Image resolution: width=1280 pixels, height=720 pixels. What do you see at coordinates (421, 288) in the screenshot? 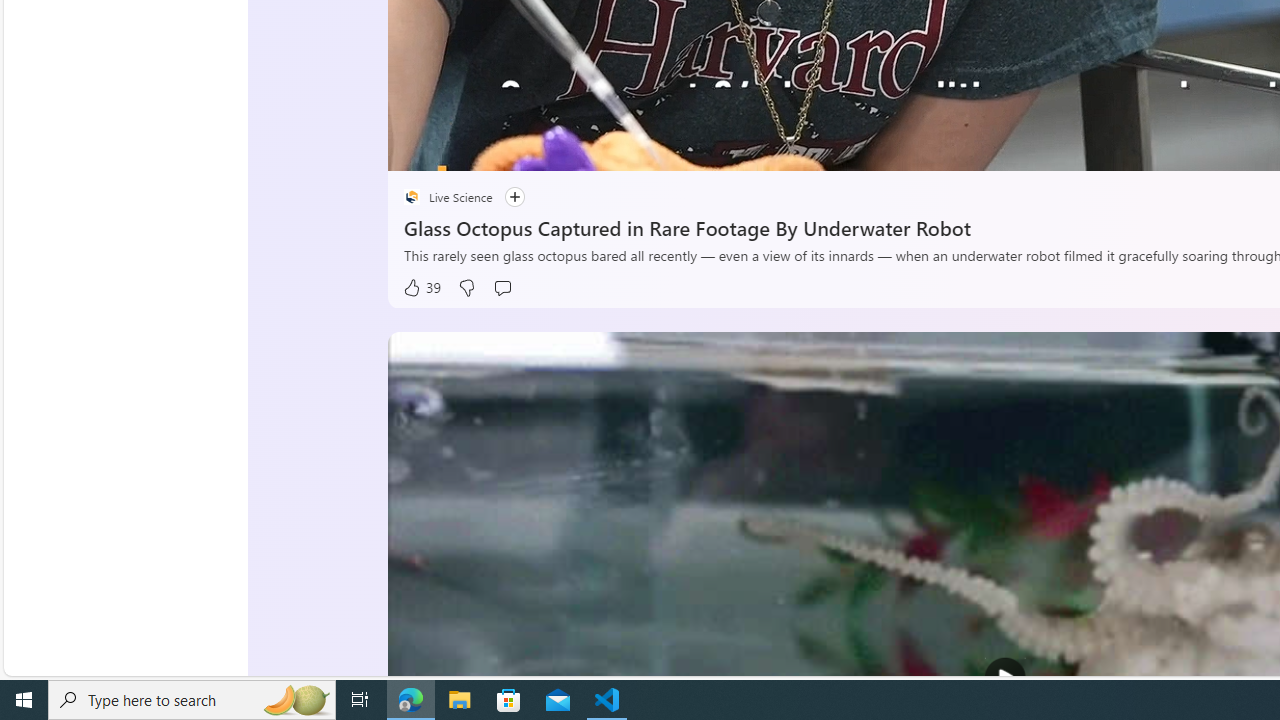
I see `'39 Like'` at bounding box center [421, 288].